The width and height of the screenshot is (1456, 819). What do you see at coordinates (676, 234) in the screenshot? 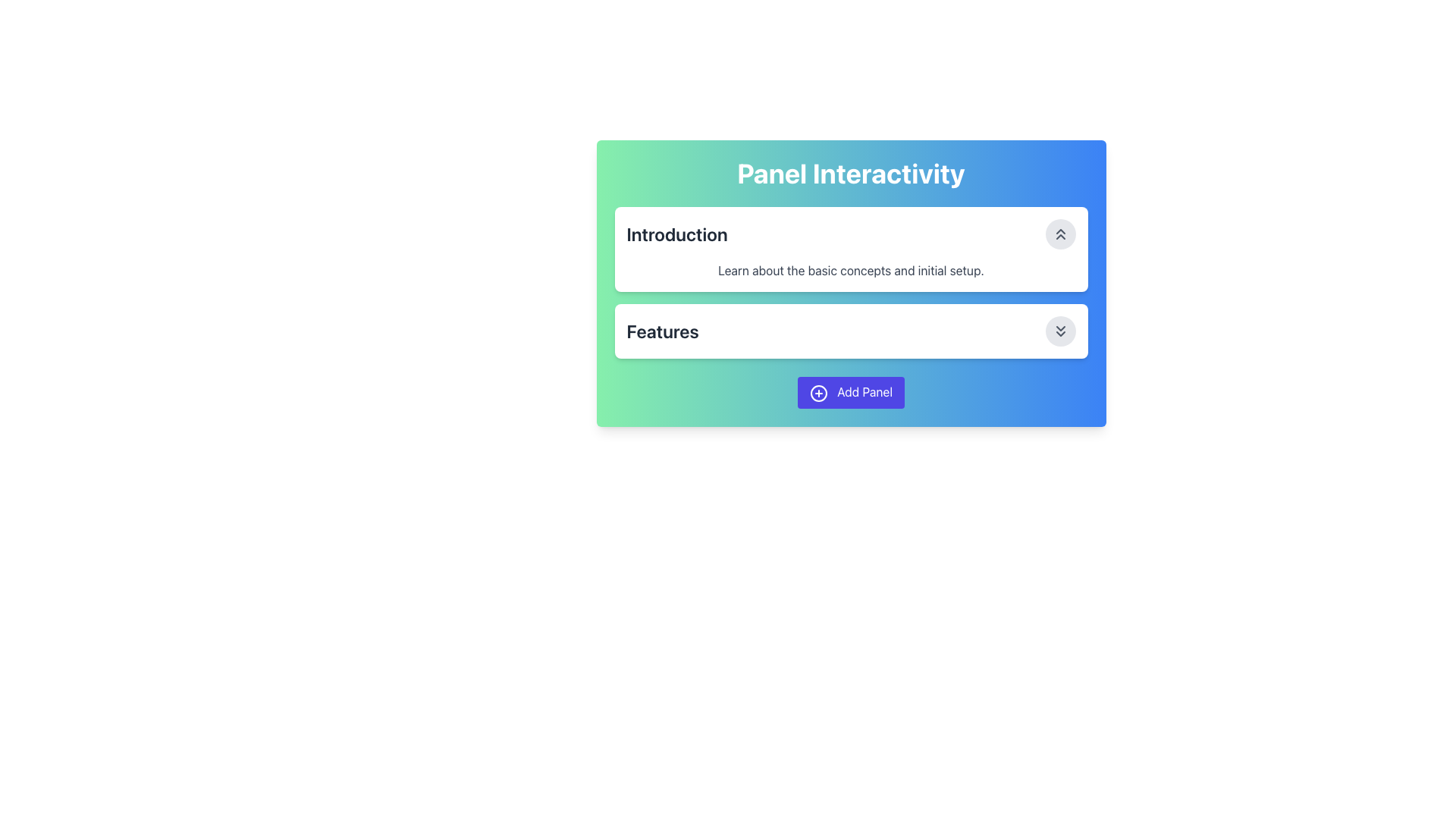
I see `the 'Introduction' header text block, which is styled with larger, bold black text and positioned at the top-left corner of the main content card` at bounding box center [676, 234].